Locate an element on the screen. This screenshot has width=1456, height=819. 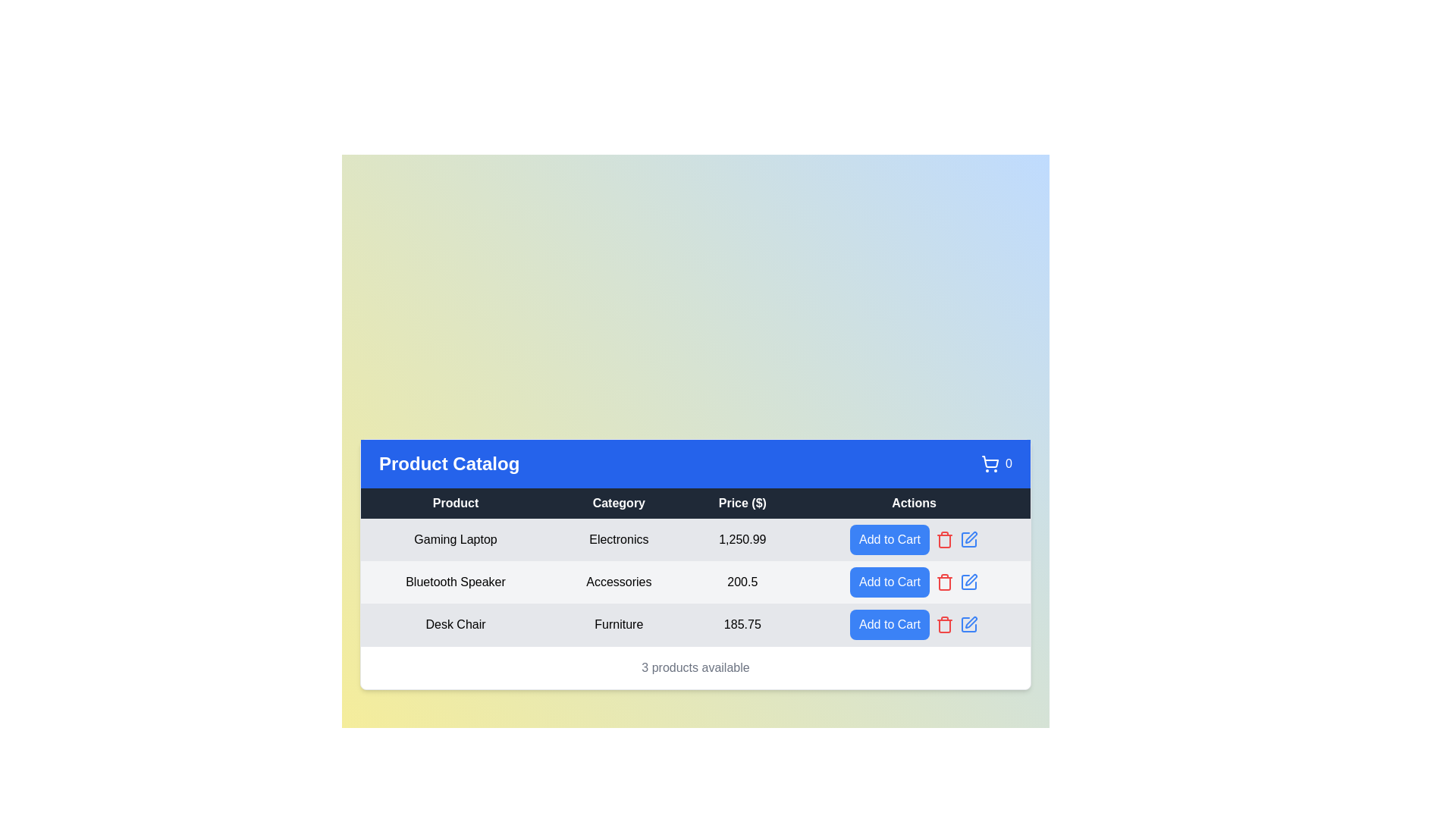
the 'Add to Cart' button, which is the first button in the group of interactive elements for the 'Furniture' row in the product table. It has a blue background and white text is located at coordinates (890, 624).